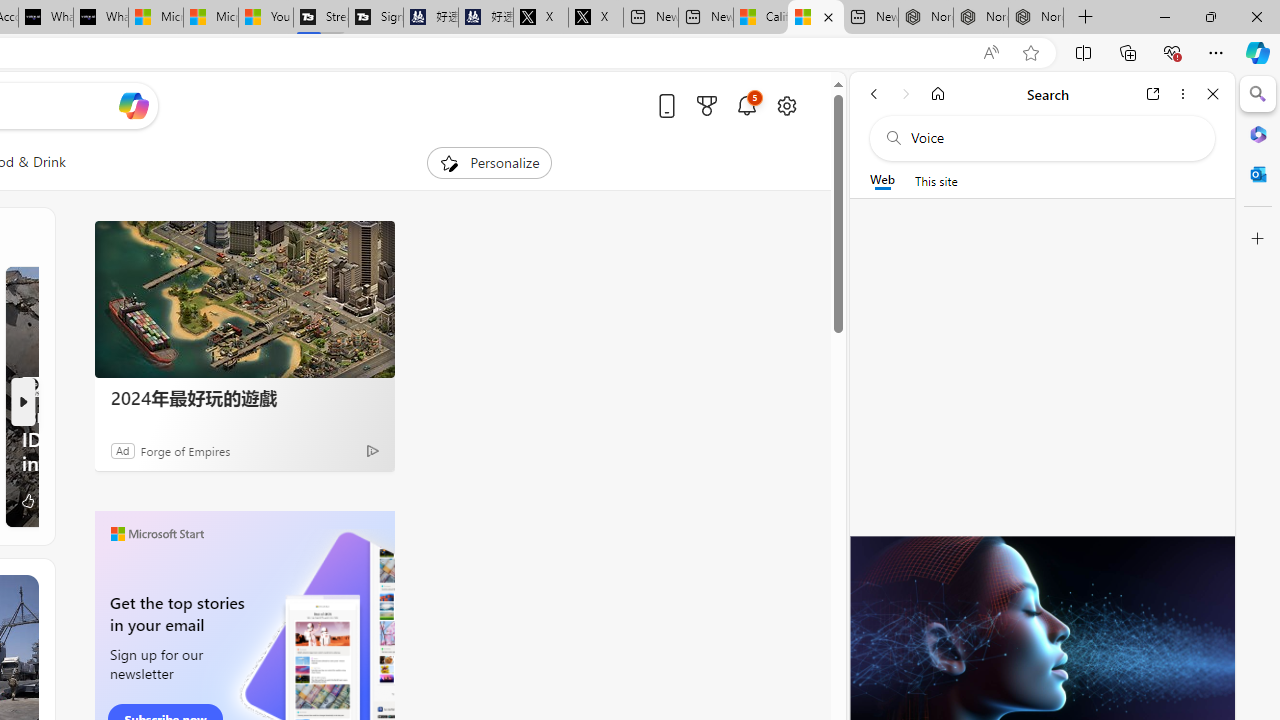  Describe the element at coordinates (488, 162) in the screenshot. I see `'Personalize'` at that location.